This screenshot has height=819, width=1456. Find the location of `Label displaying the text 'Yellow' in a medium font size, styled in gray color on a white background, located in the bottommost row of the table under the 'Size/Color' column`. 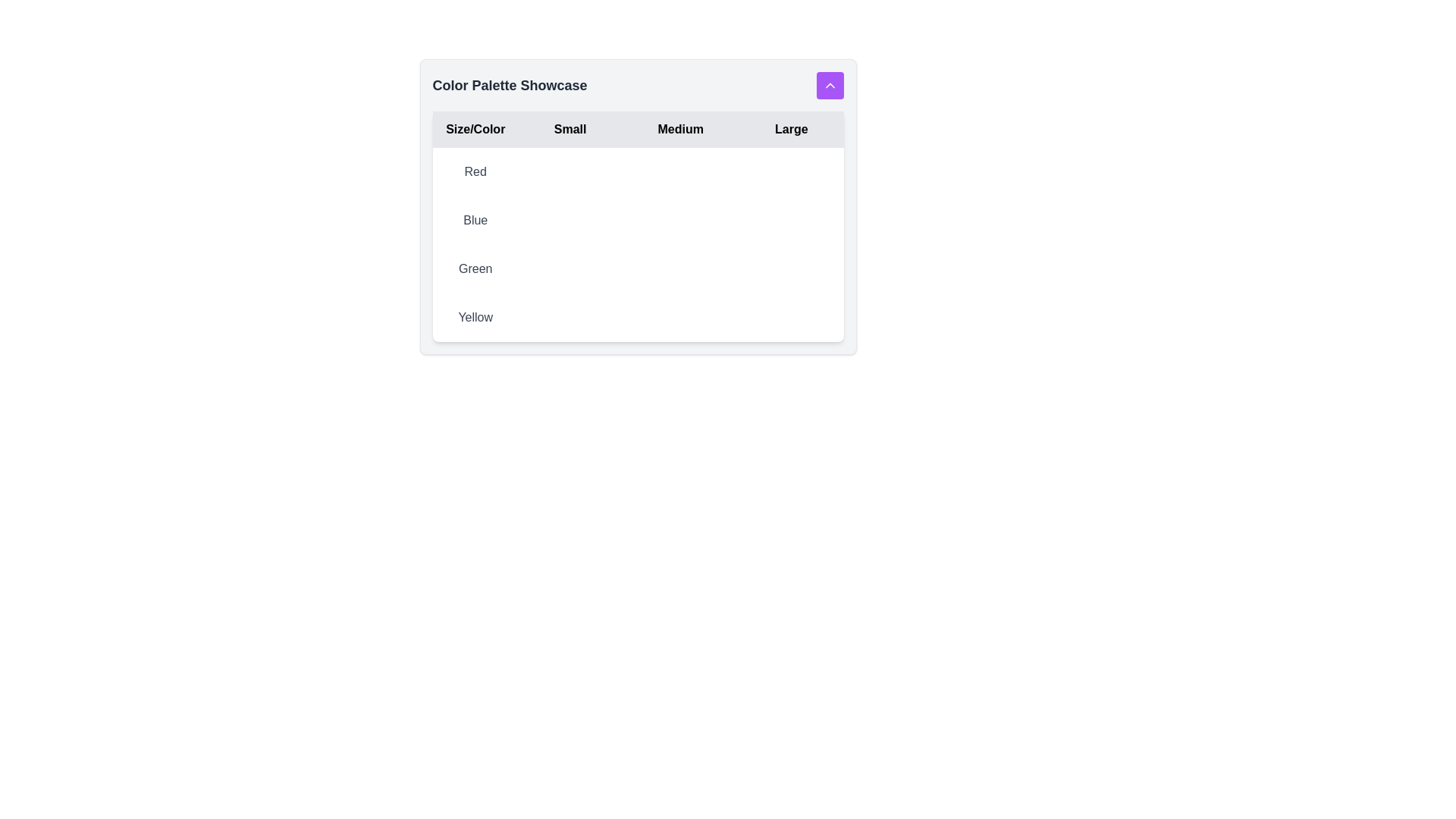

Label displaying the text 'Yellow' in a medium font size, styled in gray color on a white background, located in the bottommost row of the table under the 'Size/Color' column is located at coordinates (475, 317).